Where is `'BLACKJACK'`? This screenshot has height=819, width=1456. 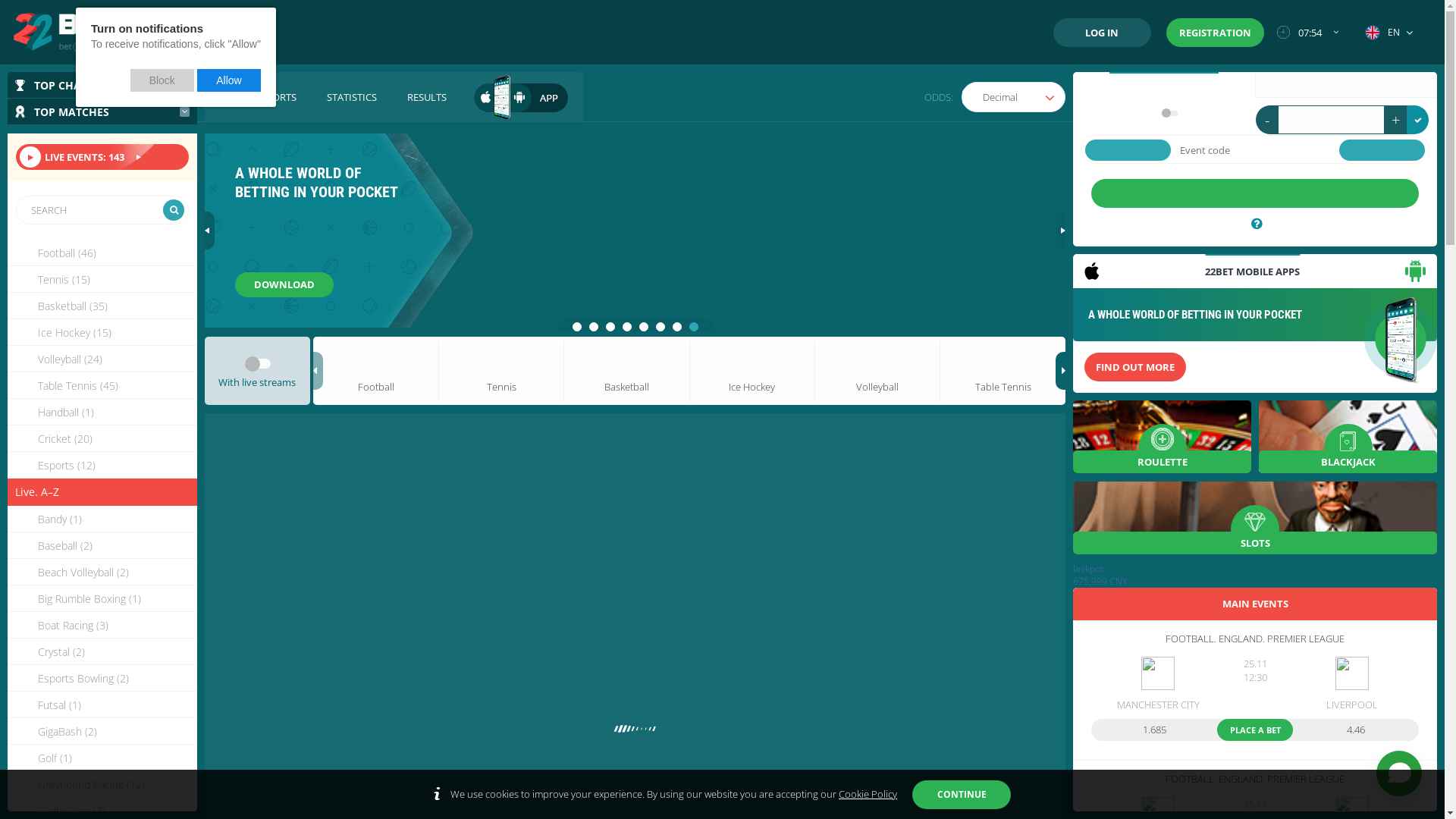 'BLACKJACK' is located at coordinates (1348, 436).